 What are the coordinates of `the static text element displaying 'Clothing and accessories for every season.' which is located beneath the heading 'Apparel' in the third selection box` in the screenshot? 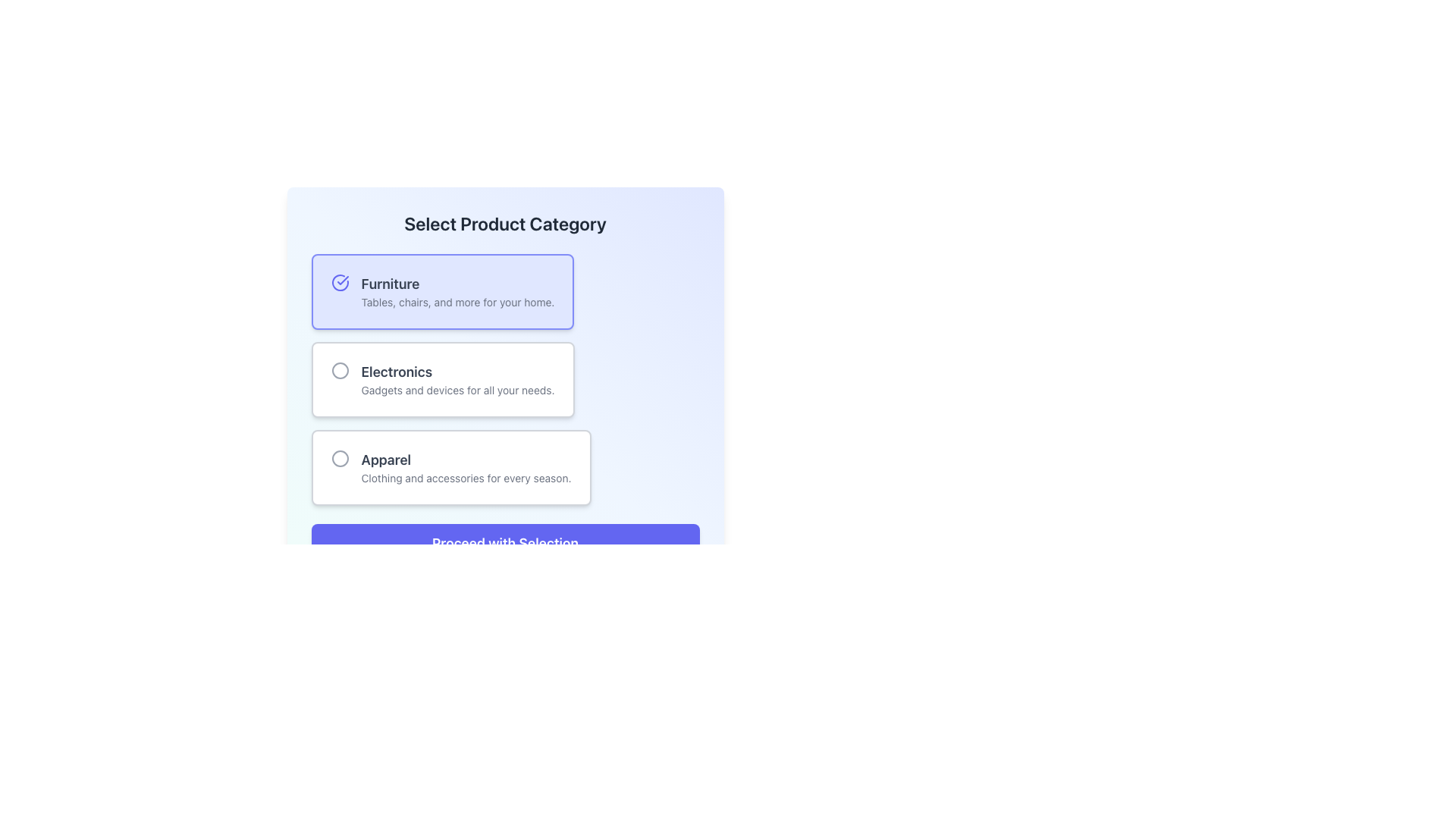 It's located at (465, 479).